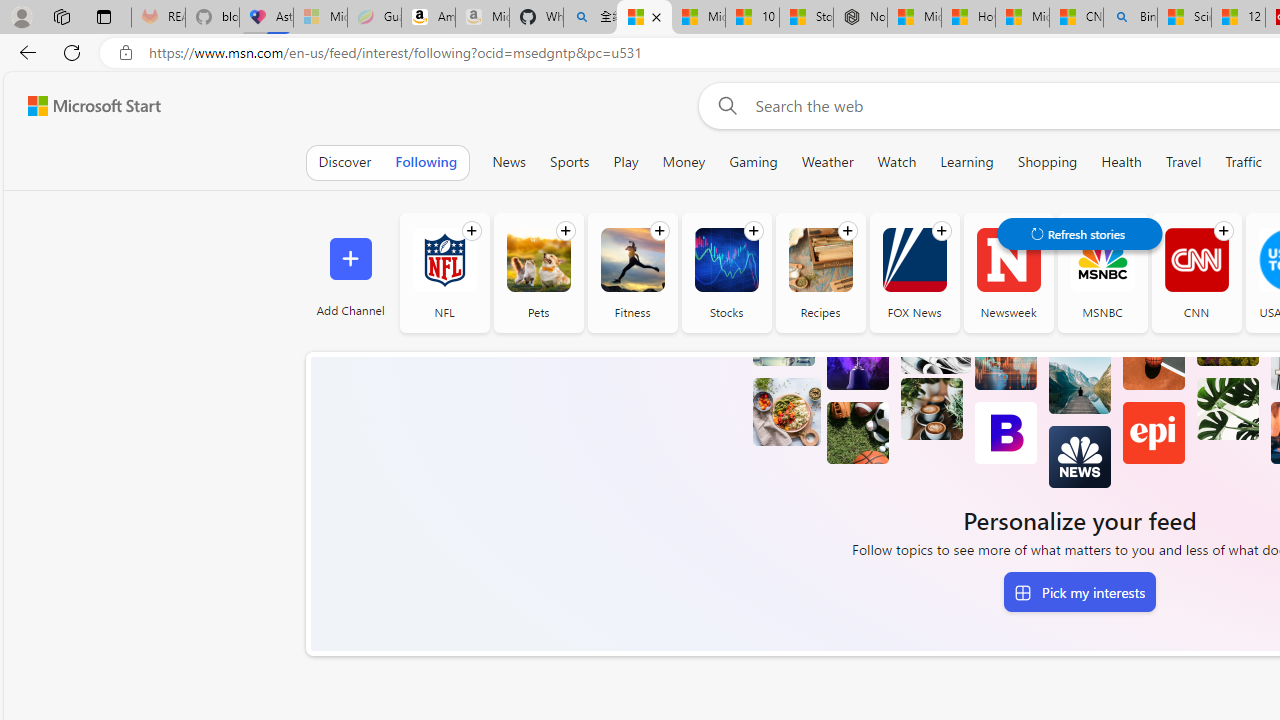 This screenshot has height=720, width=1280. What do you see at coordinates (350, 272) in the screenshot?
I see `'Add Channel'` at bounding box center [350, 272].